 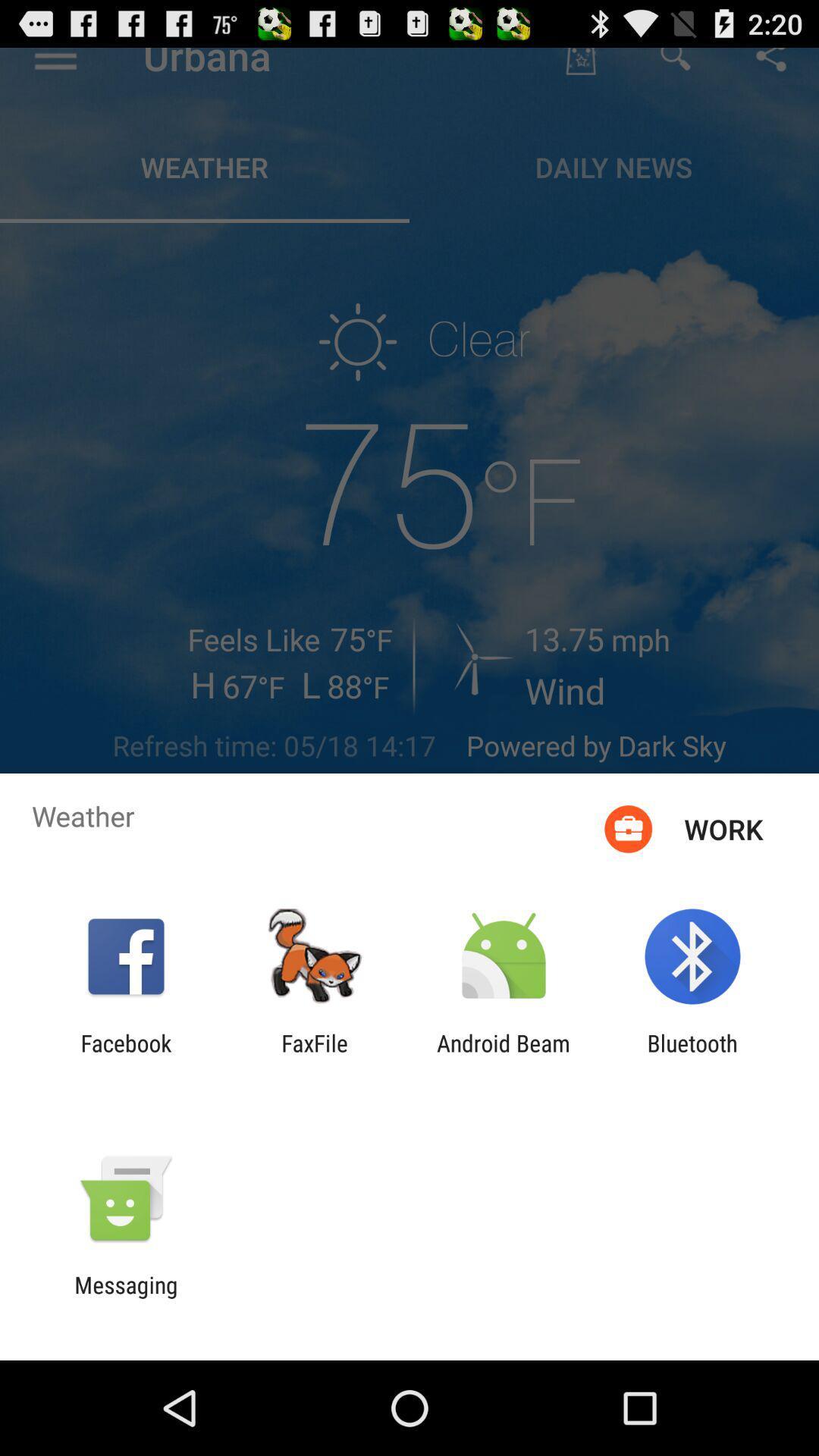 What do you see at coordinates (504, 1056) in the screenshot?
I see `android beam app` at bounding box center [504, 1056].